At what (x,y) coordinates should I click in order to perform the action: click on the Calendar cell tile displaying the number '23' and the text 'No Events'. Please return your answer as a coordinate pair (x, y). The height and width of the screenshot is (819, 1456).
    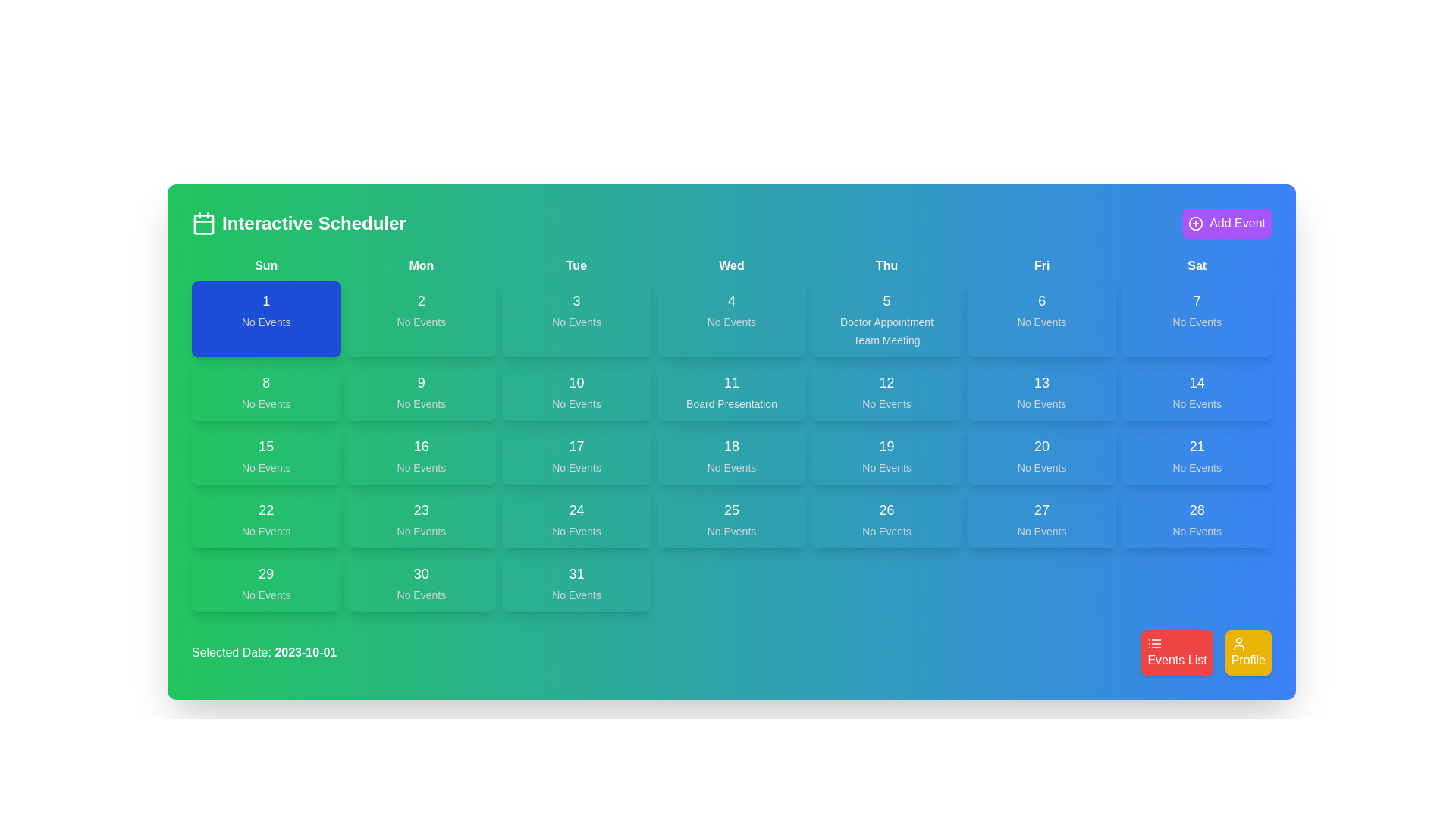
    Looking at the image, I should click on (421, 519).